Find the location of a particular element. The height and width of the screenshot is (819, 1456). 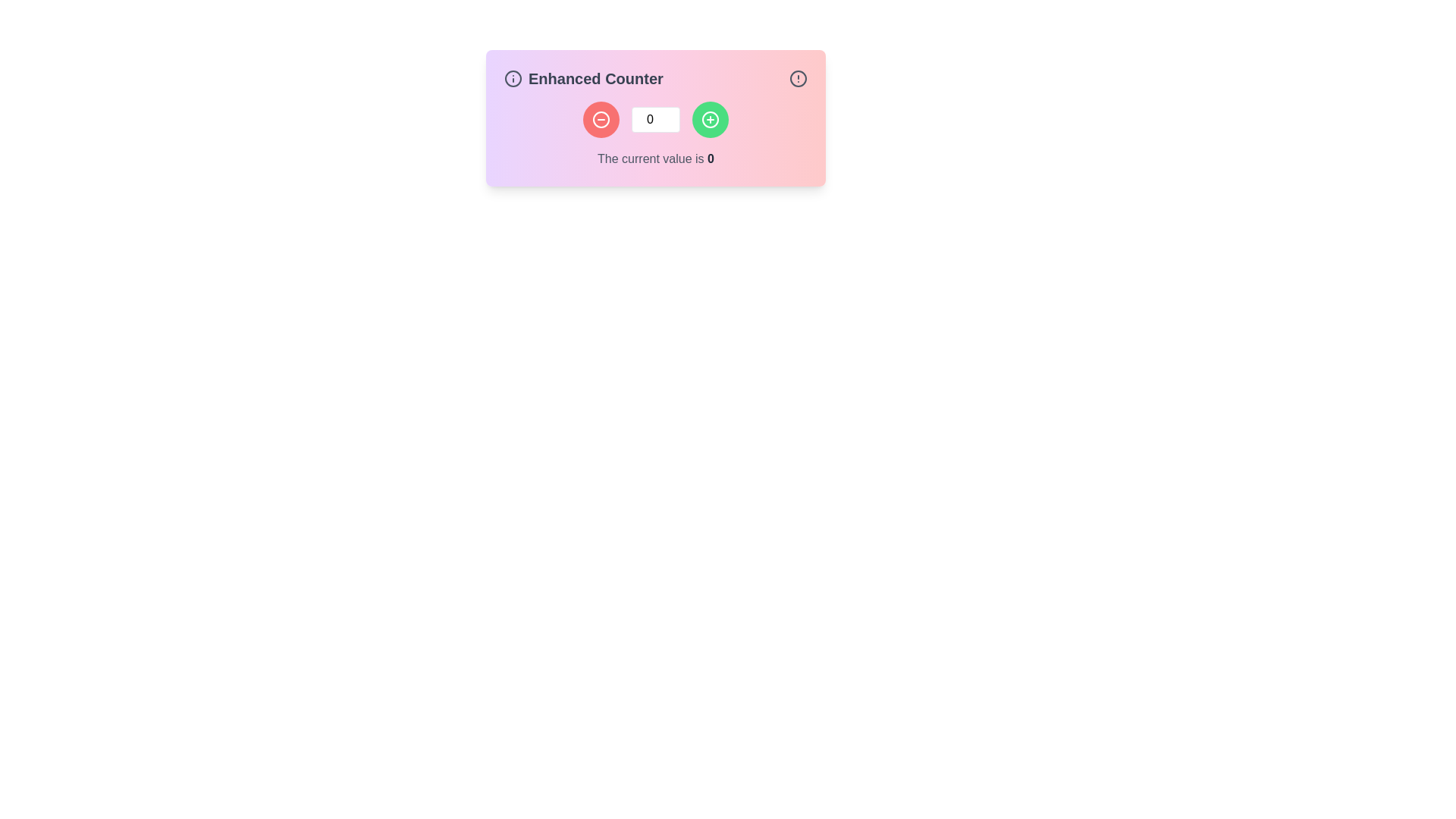

the icon located to the left of the 'Enhanced Counter' text is located at coordinates (513, 79).